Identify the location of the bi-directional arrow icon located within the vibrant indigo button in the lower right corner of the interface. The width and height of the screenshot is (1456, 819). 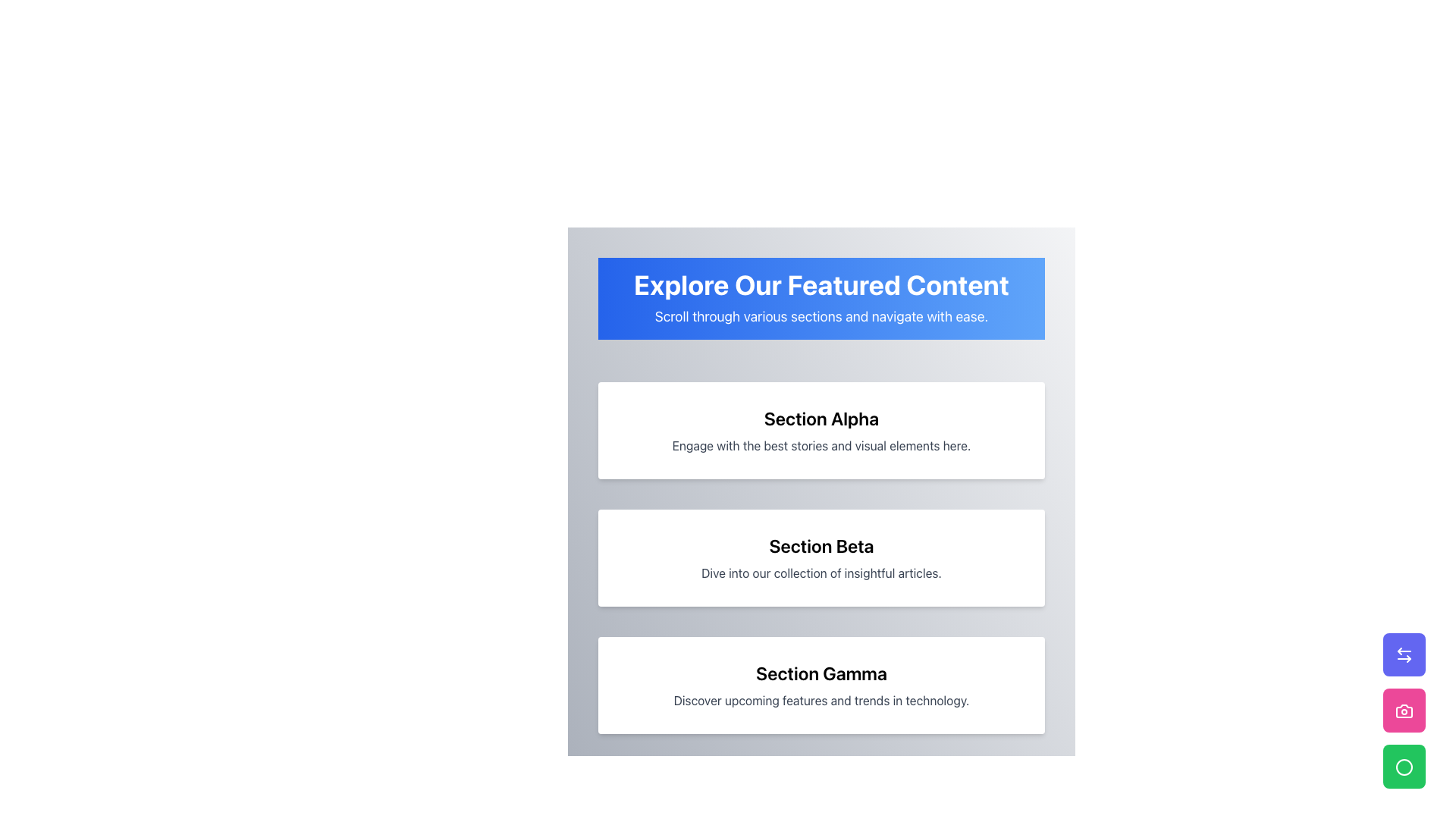
(1404, 654).